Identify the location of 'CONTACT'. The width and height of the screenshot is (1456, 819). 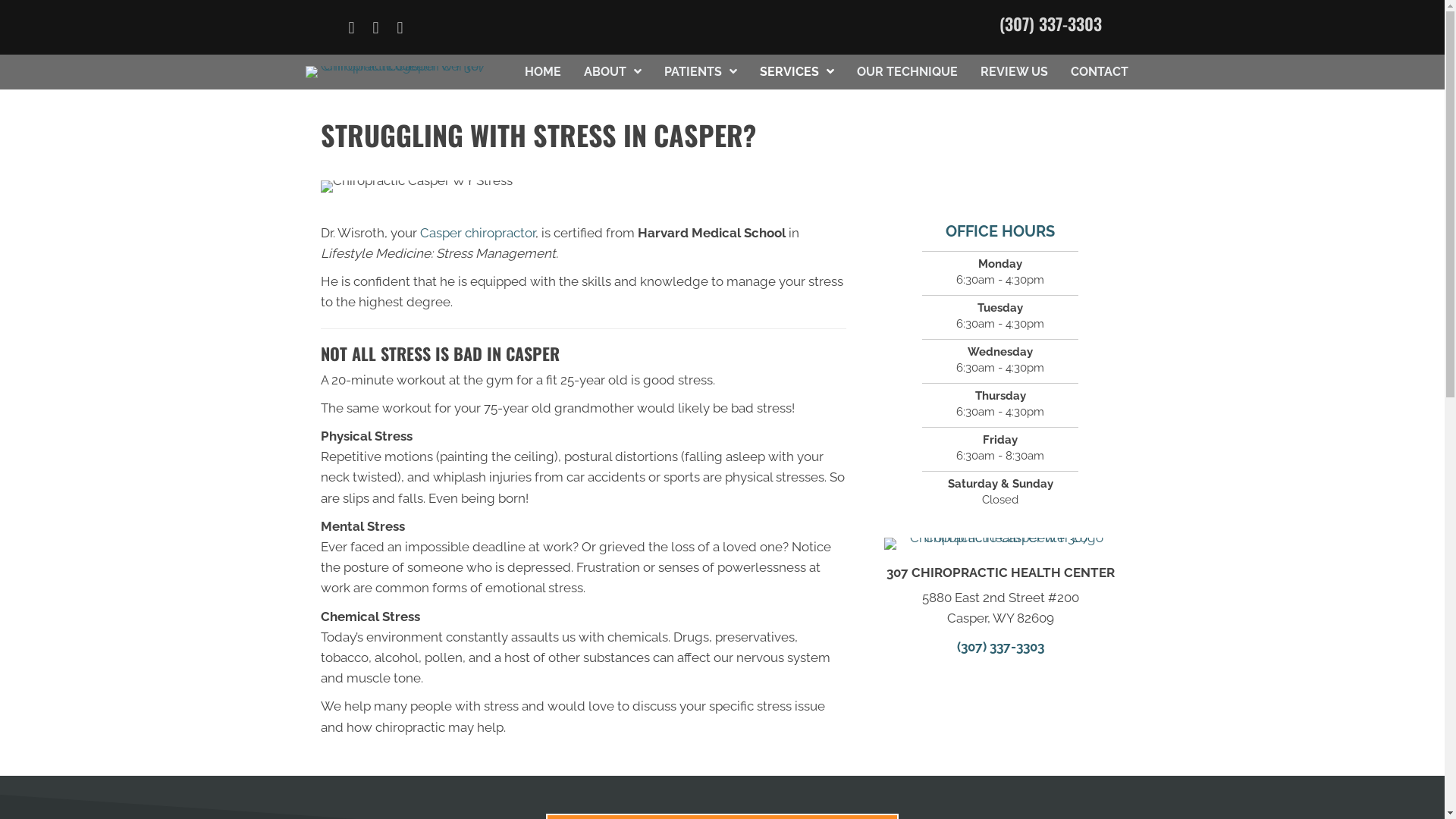
(1099, 72).